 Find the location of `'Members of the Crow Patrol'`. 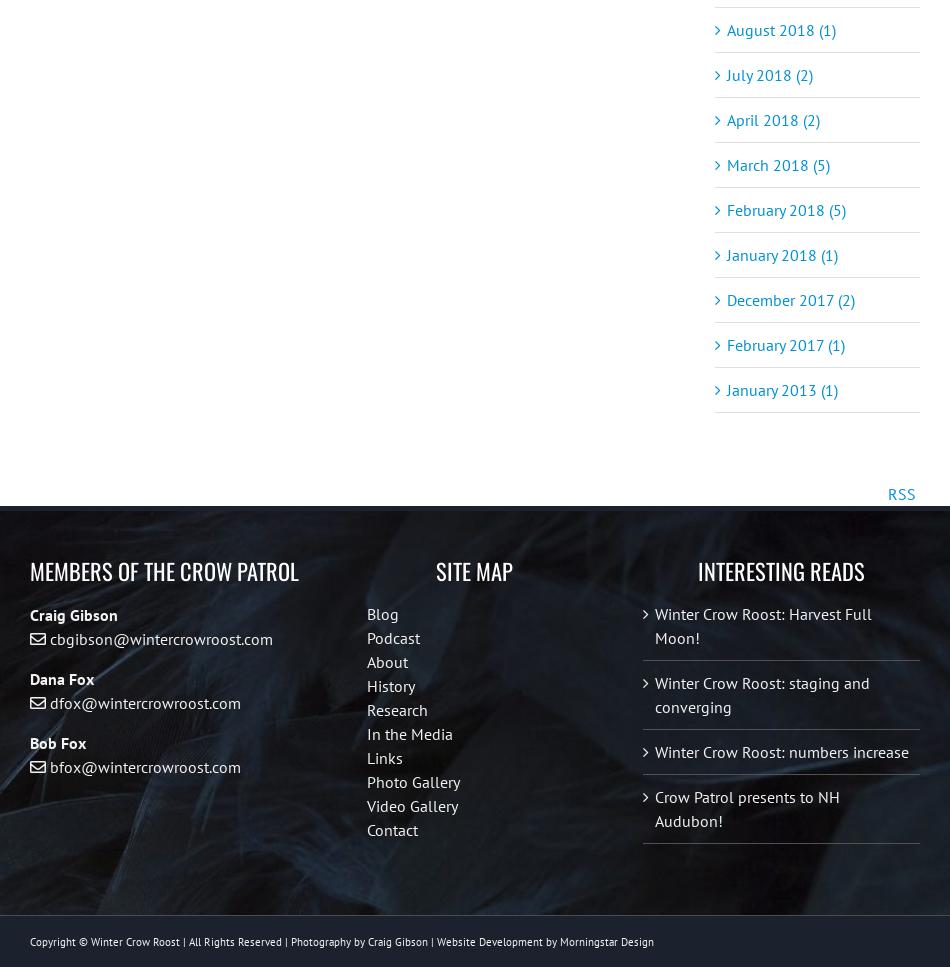

'Members of the Crow Patrol' is located at coordinates (164, 579).